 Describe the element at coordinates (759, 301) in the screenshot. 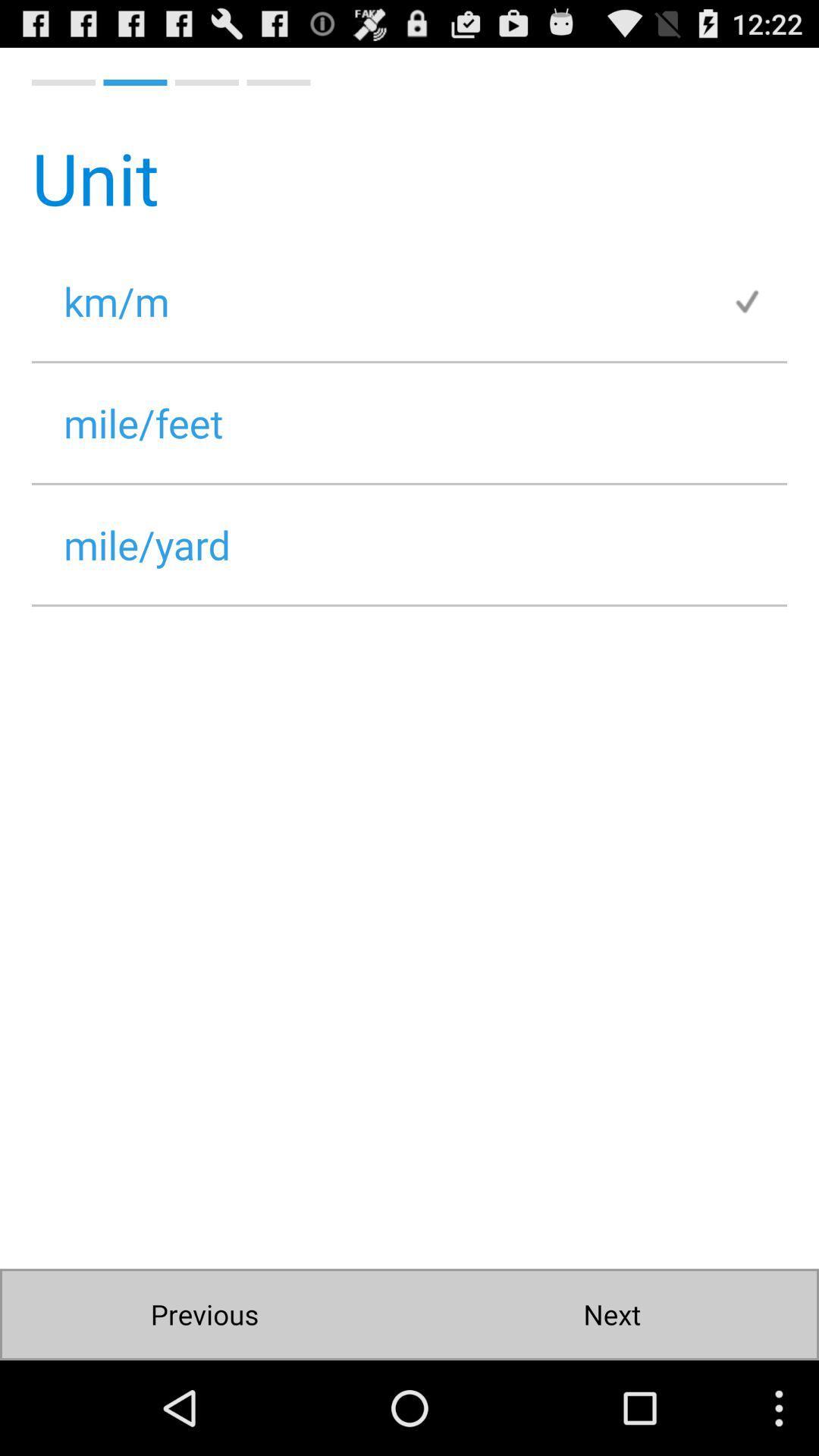

I see `the icon above the mile/feet app` at that location.